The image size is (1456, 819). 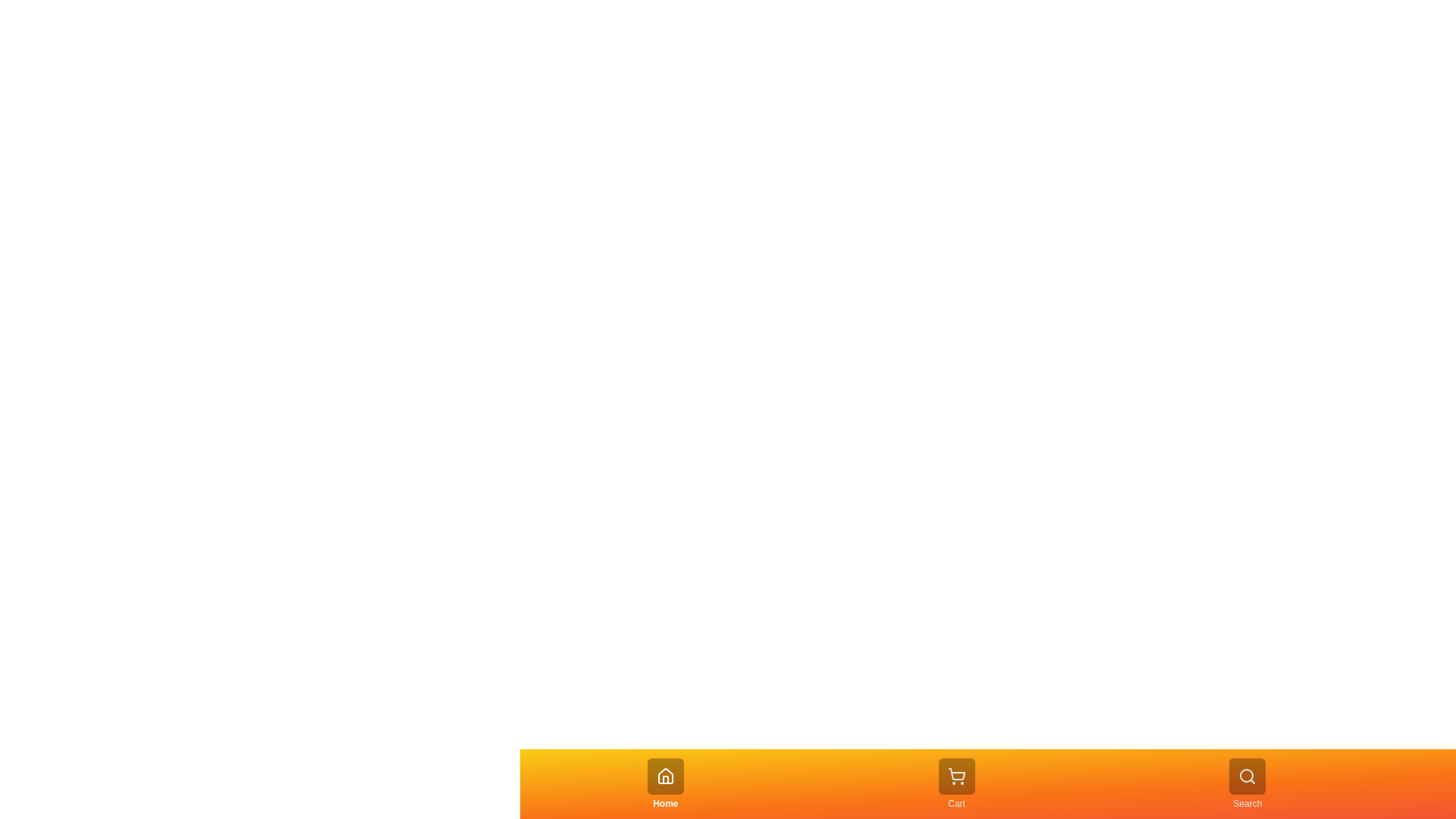 What do you see at coordinates (1247, 783) in the screenshot?
I see `the 'Search' tab in the bottom navigation bar` at bounding box center [1247, 783].